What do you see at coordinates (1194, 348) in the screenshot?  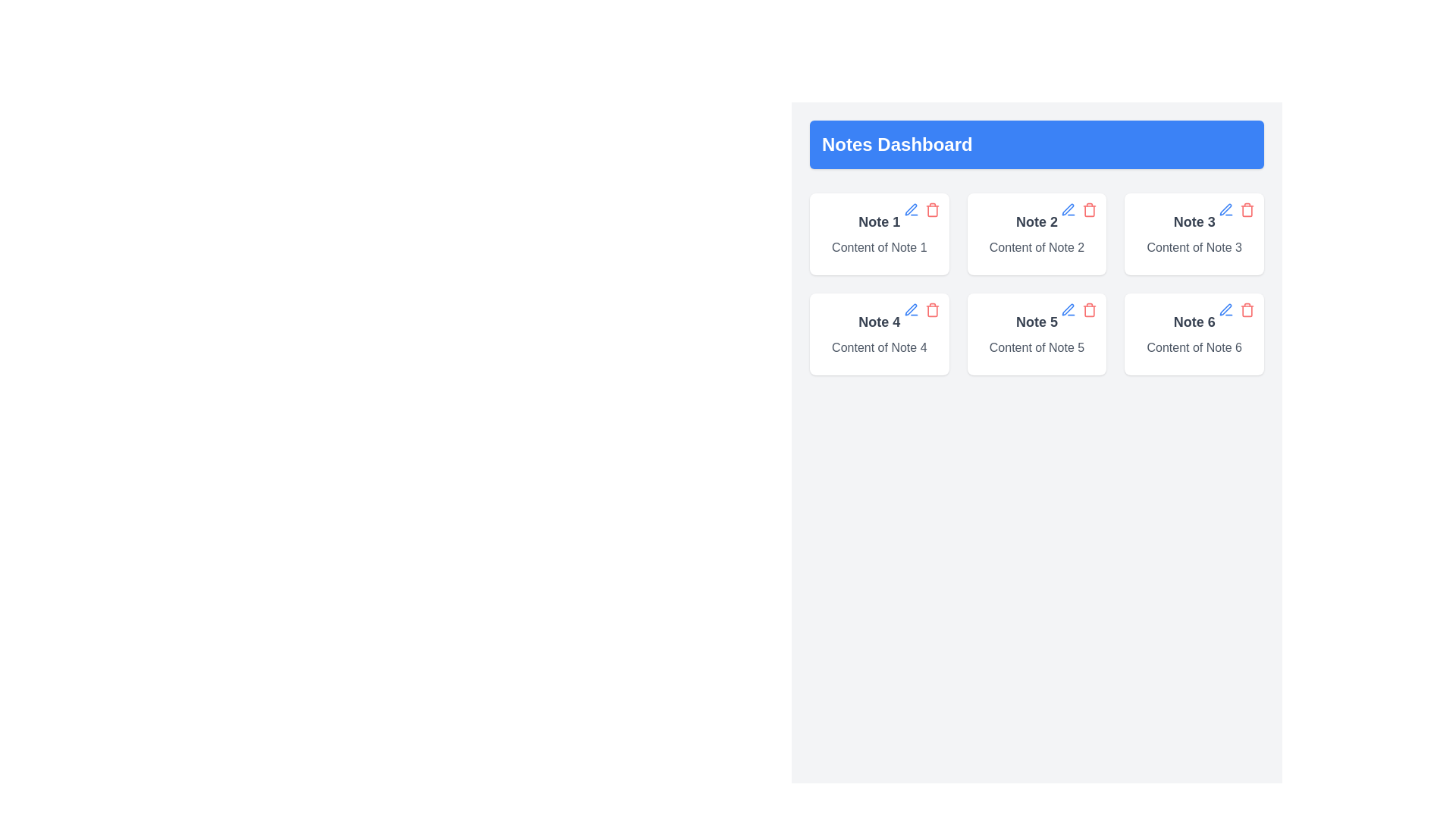 I see `the text label displaying the content description of 'Note 6', positioned centrally below the title in the Notes Dashboard` at bounding box center [1194, 348].